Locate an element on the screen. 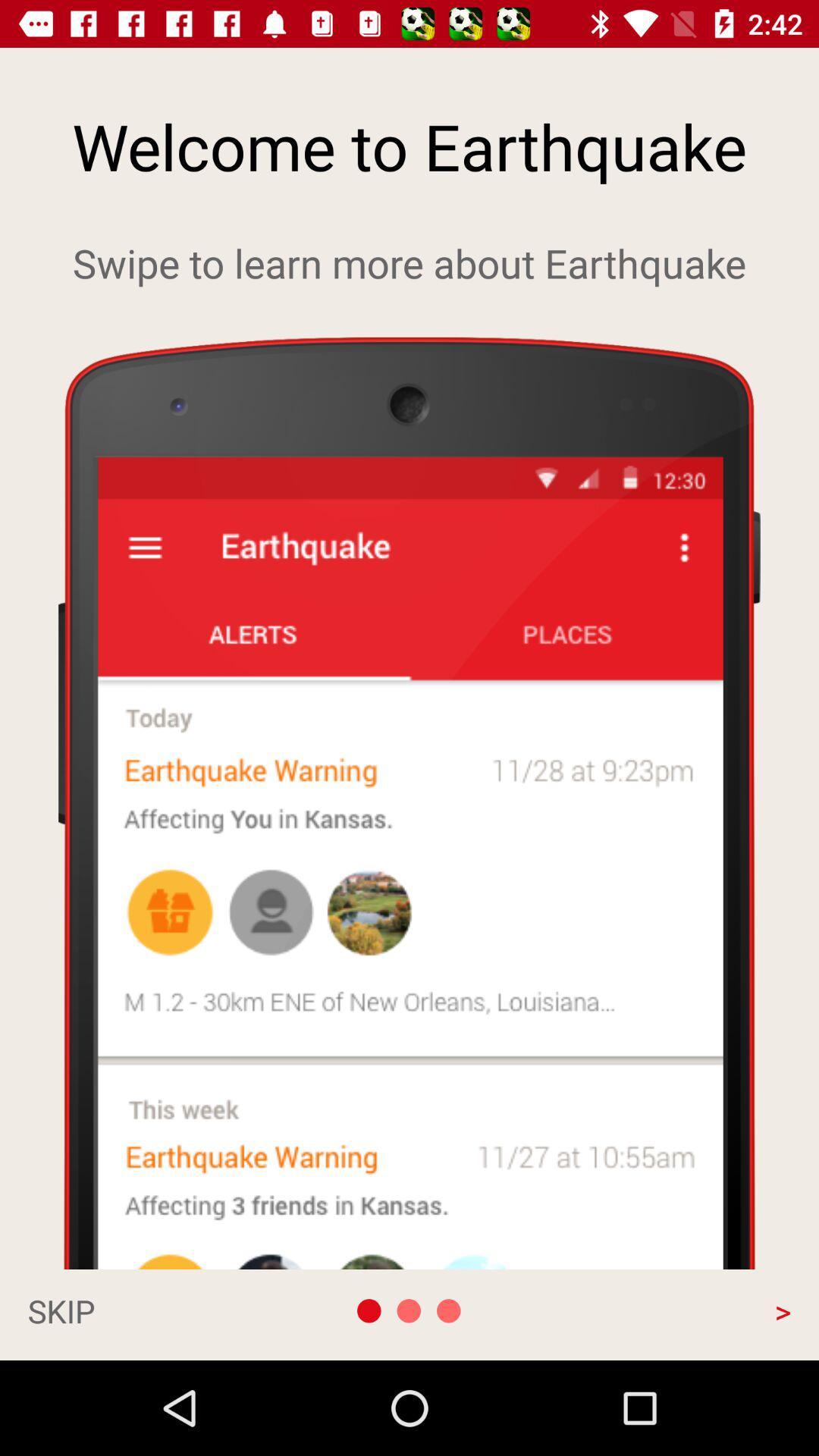 The image size is (819, 1456). > app is located at coordinates (676, 1310).